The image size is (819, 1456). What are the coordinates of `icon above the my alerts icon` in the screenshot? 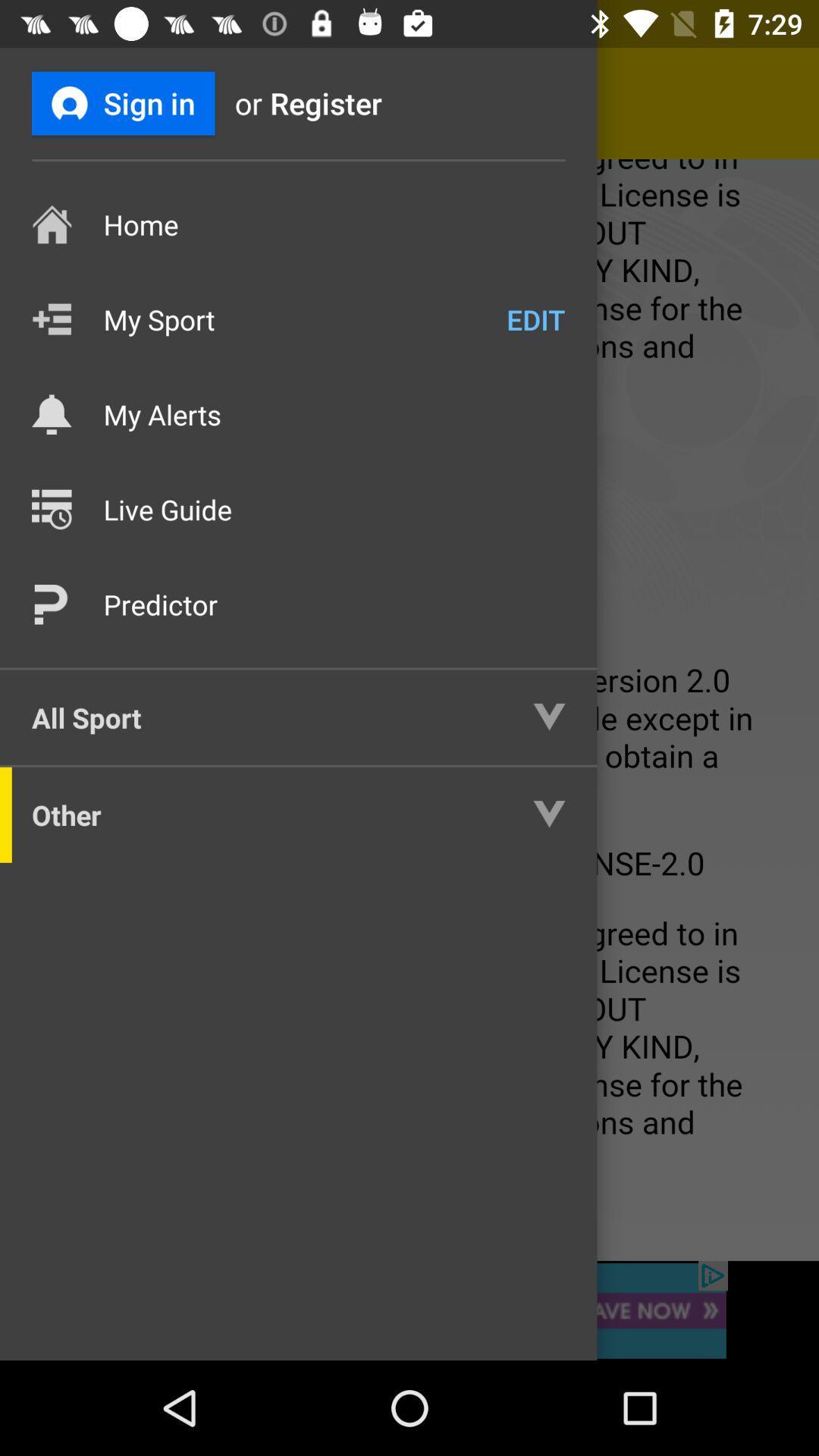 It's located at (535, 318).